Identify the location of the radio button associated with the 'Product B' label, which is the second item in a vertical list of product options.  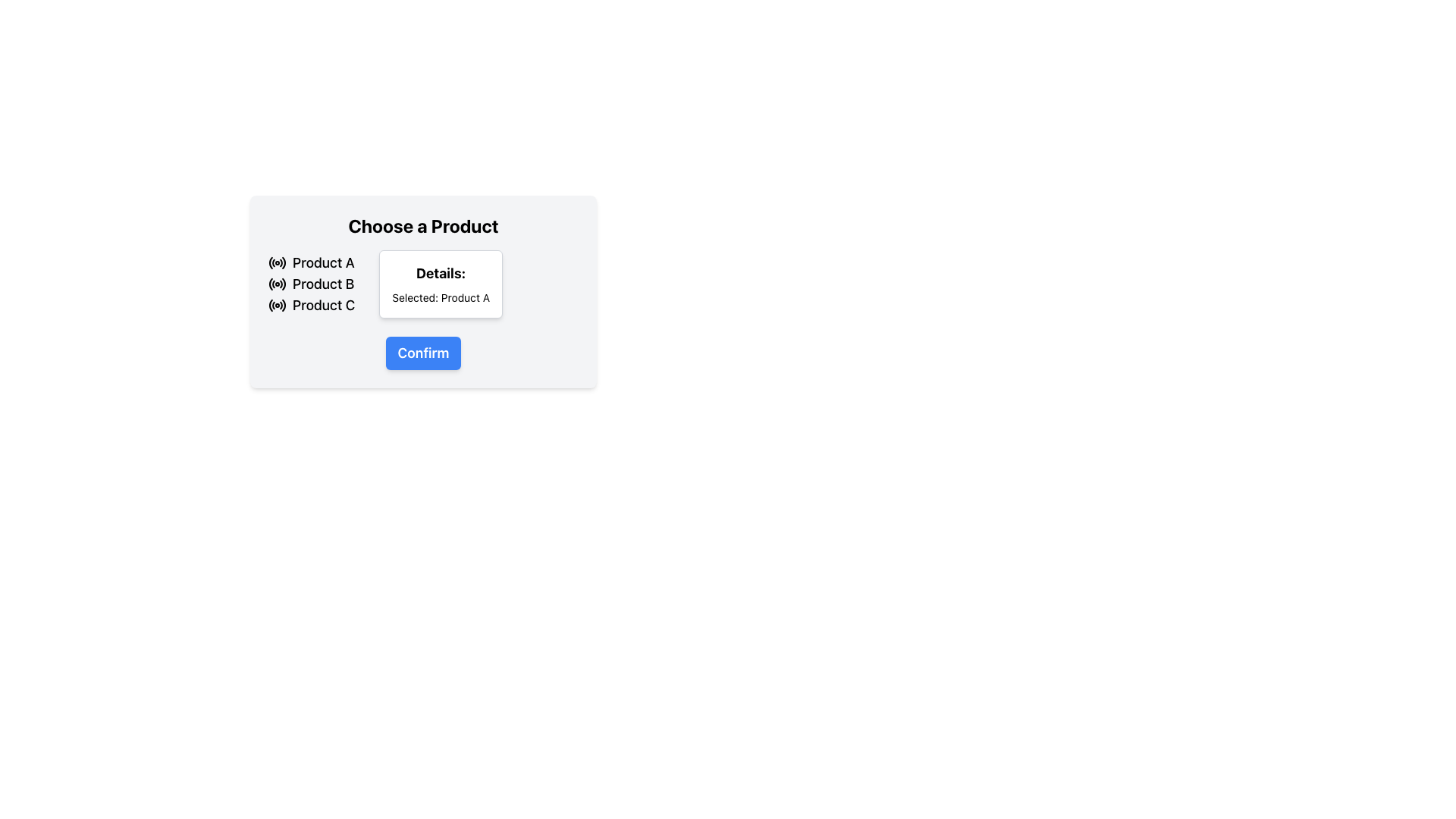
(322, 284).